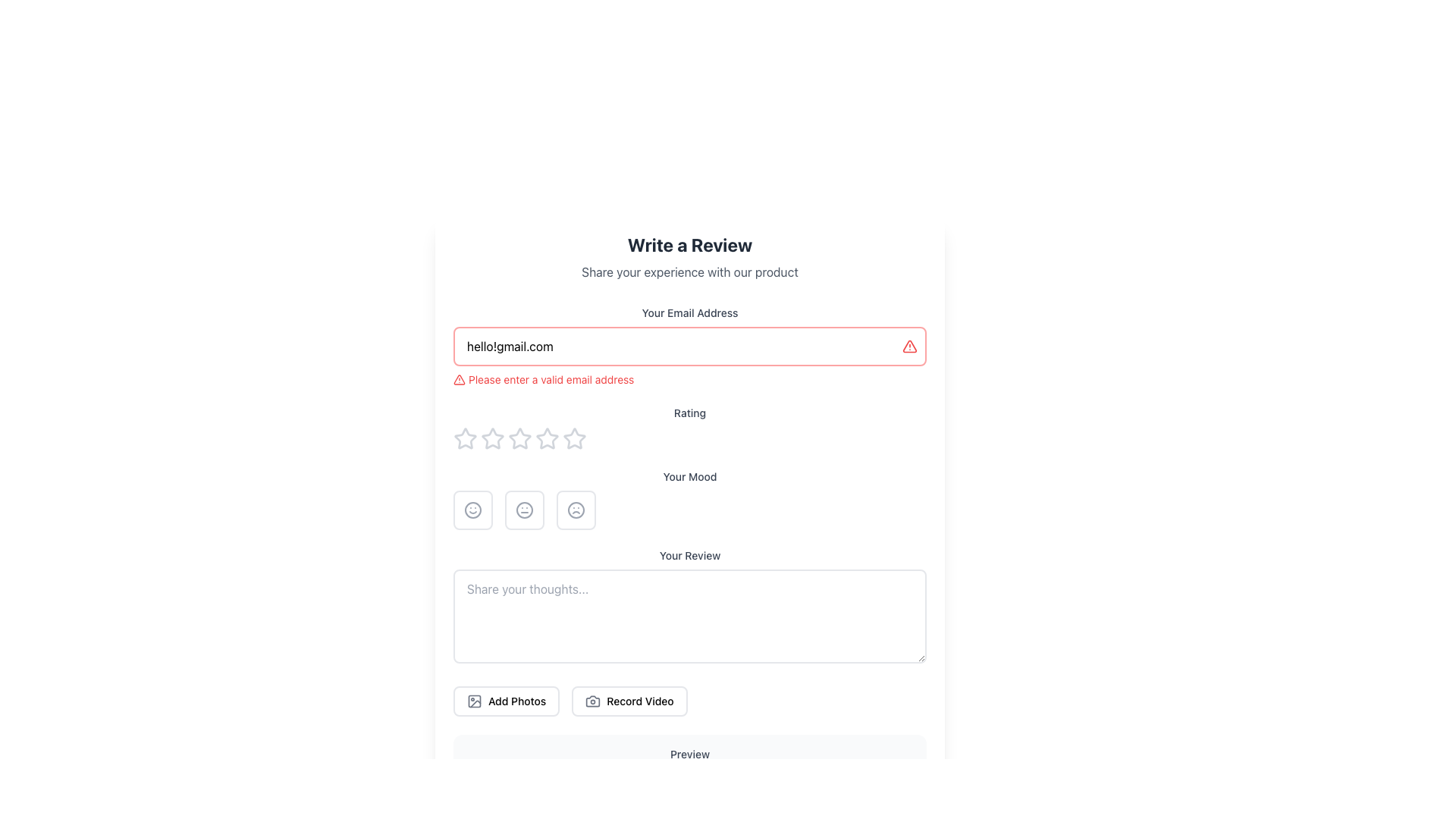  I want to click on the circular mood icon within the SVG's mood selection group, which is represented as an icon component, so click(472, 510).